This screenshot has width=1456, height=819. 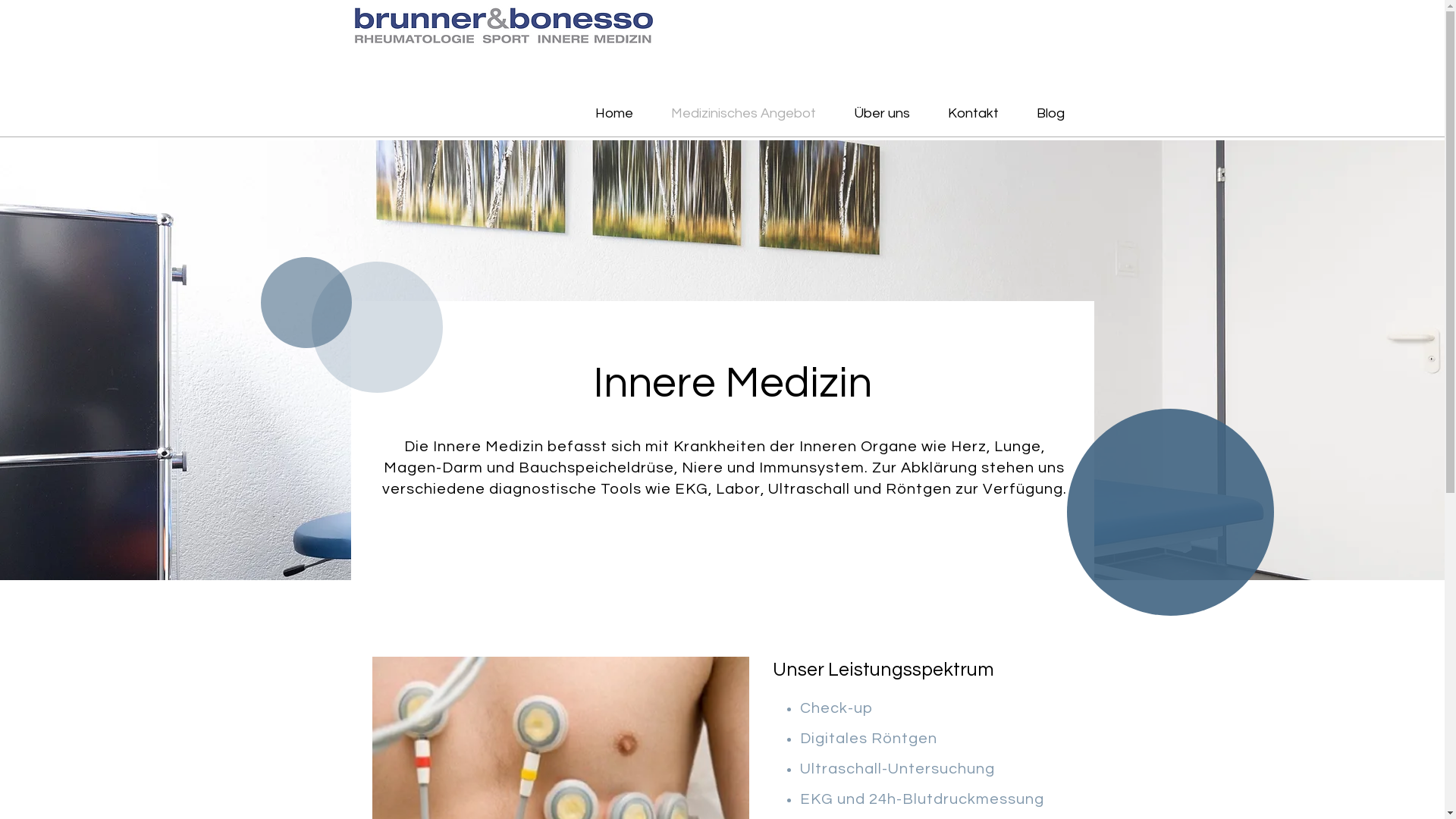 What do you see at coordinates (1050, 112) in the screenshot?
I see `'Blog'` at bounding box center [1050, 112].